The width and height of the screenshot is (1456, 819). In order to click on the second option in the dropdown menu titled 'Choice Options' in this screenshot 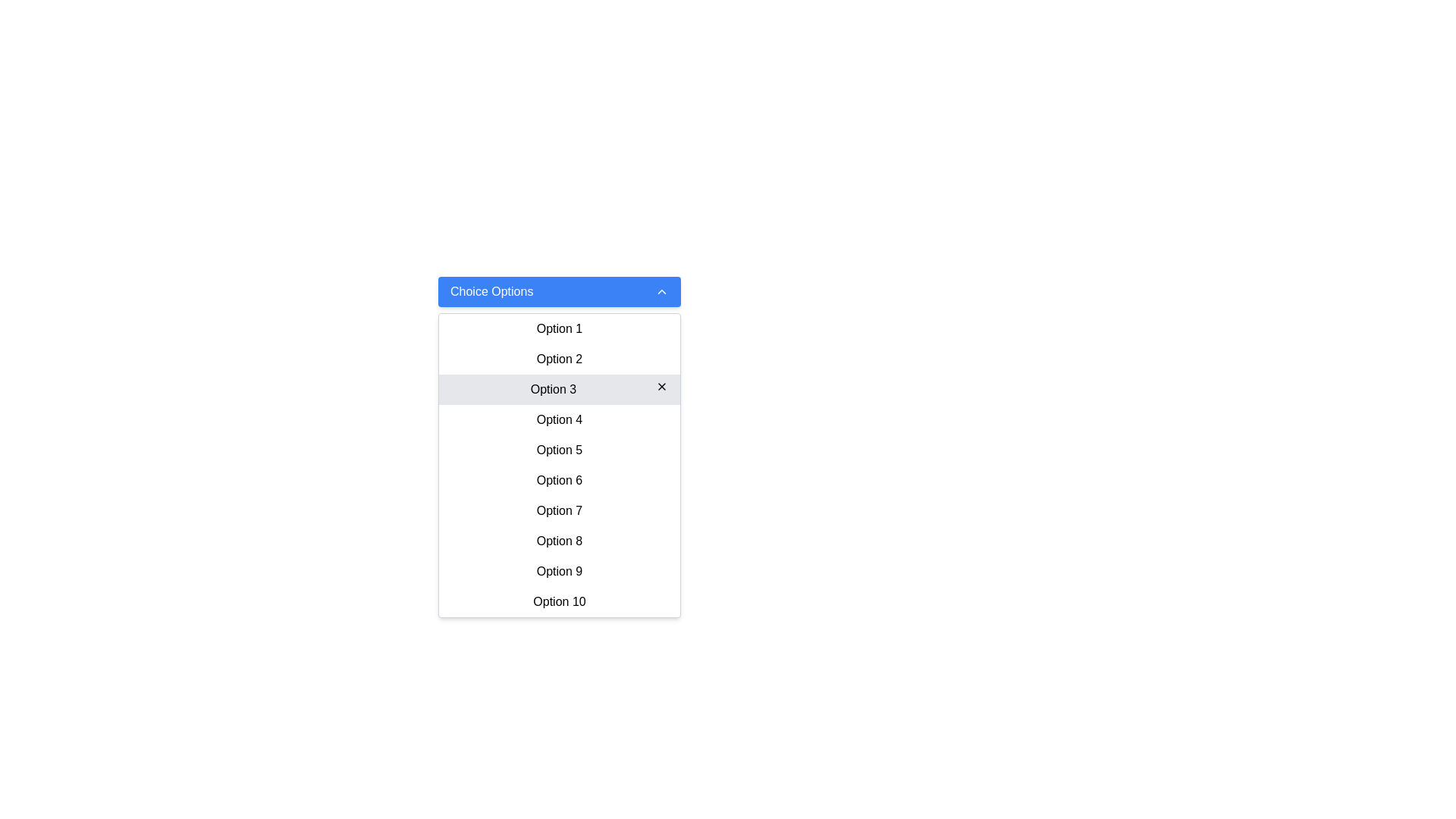, I will do `click(559, 359)`.